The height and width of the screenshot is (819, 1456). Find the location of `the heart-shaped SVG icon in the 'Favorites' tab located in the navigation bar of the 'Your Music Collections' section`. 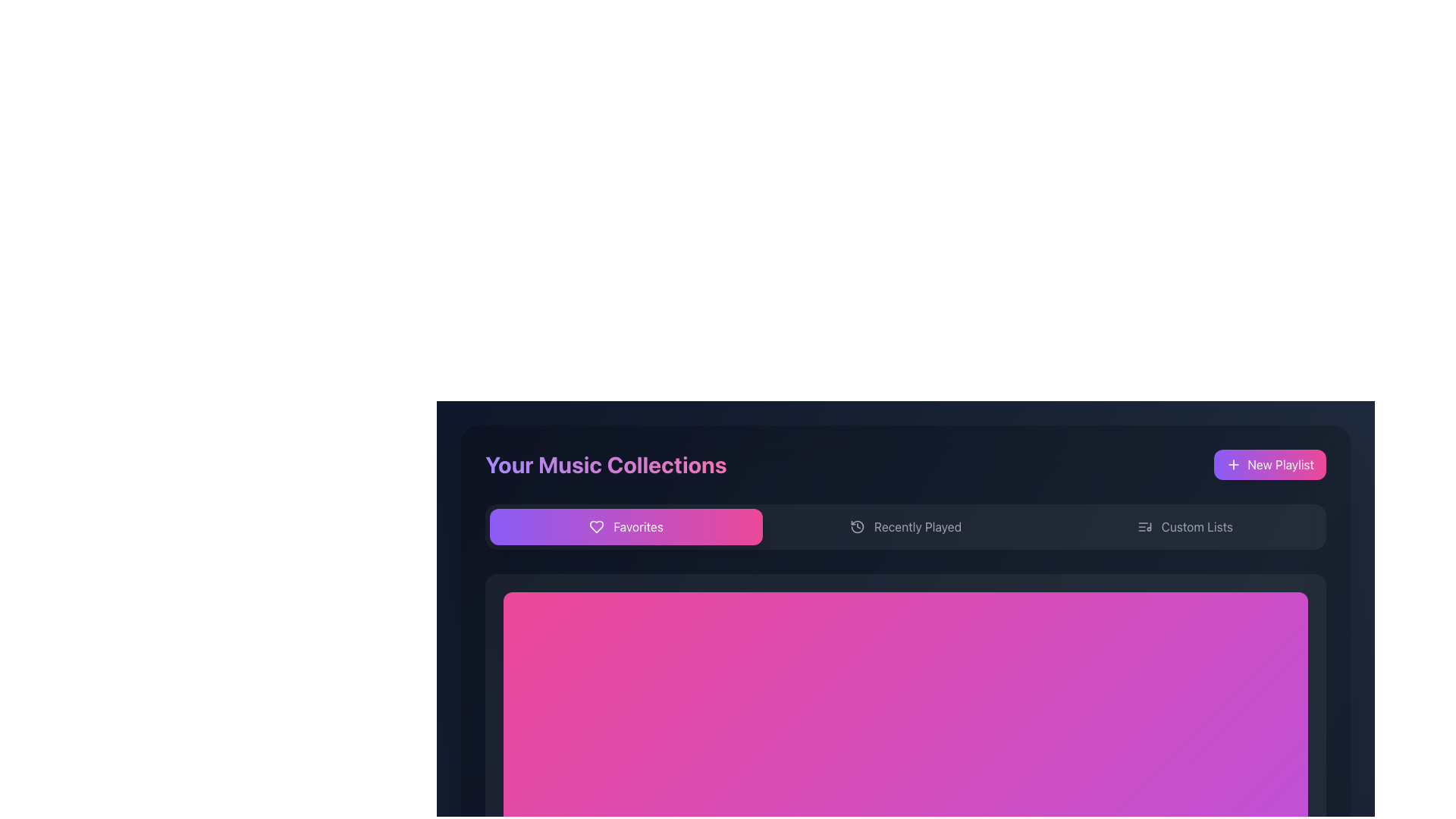

the heart-shaped SVG icon in the 'Favorites' tab located in the navigation bar of the 'Your Music Collections' section is located at coordinates (596, 526).